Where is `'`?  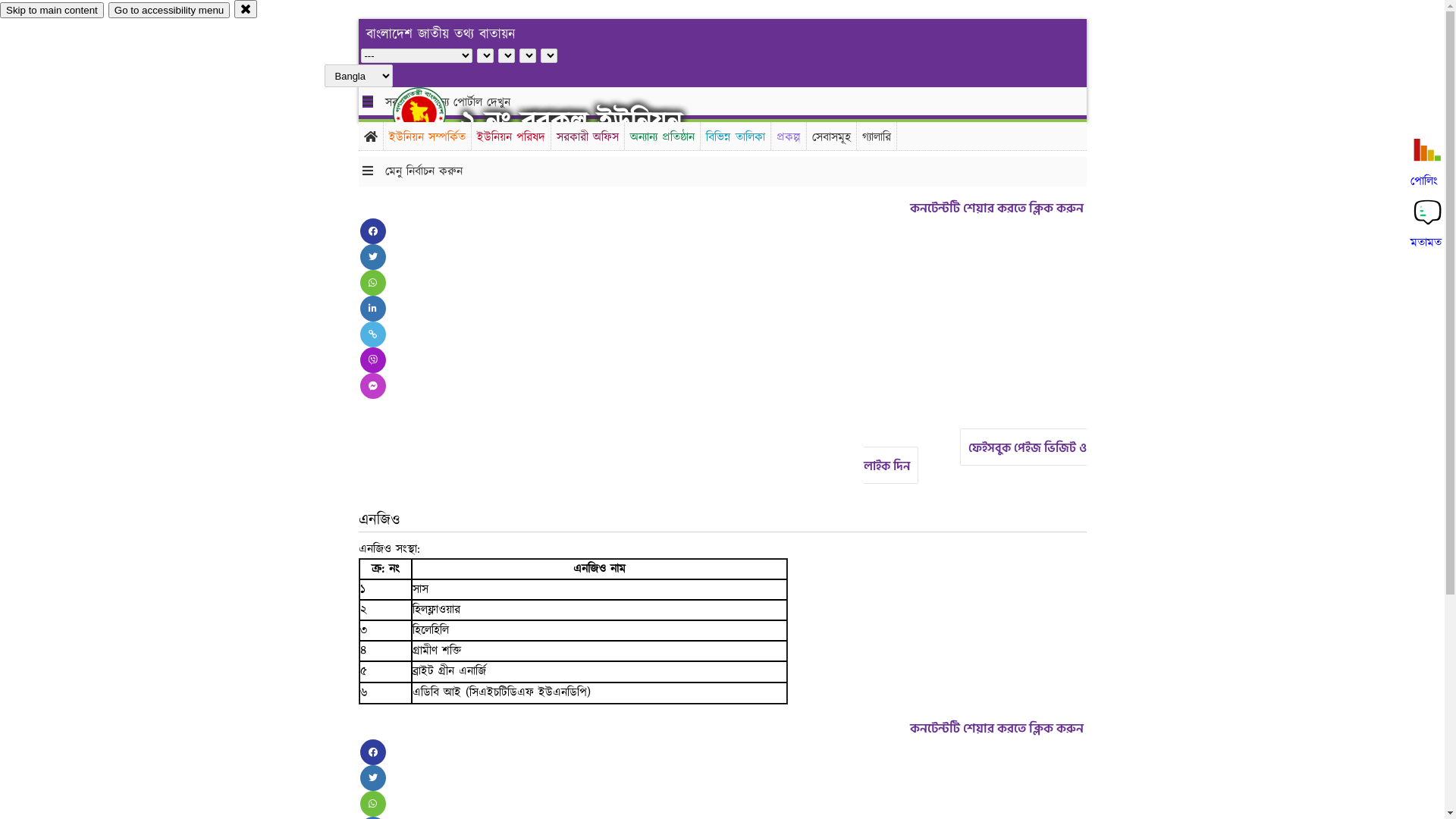
' is located at coordinates (393, 112).